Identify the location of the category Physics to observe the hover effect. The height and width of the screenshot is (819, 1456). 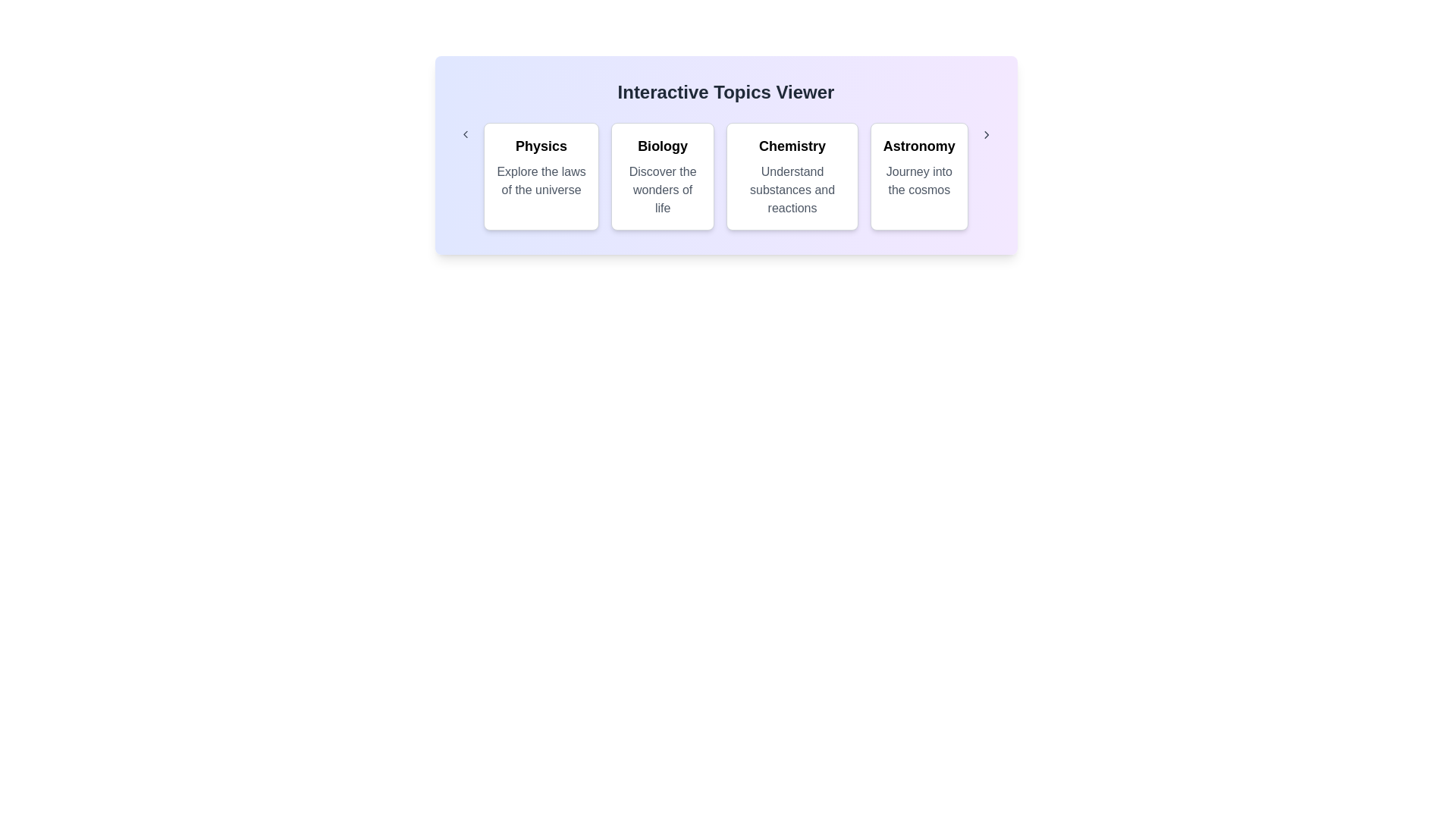
(541, 175).